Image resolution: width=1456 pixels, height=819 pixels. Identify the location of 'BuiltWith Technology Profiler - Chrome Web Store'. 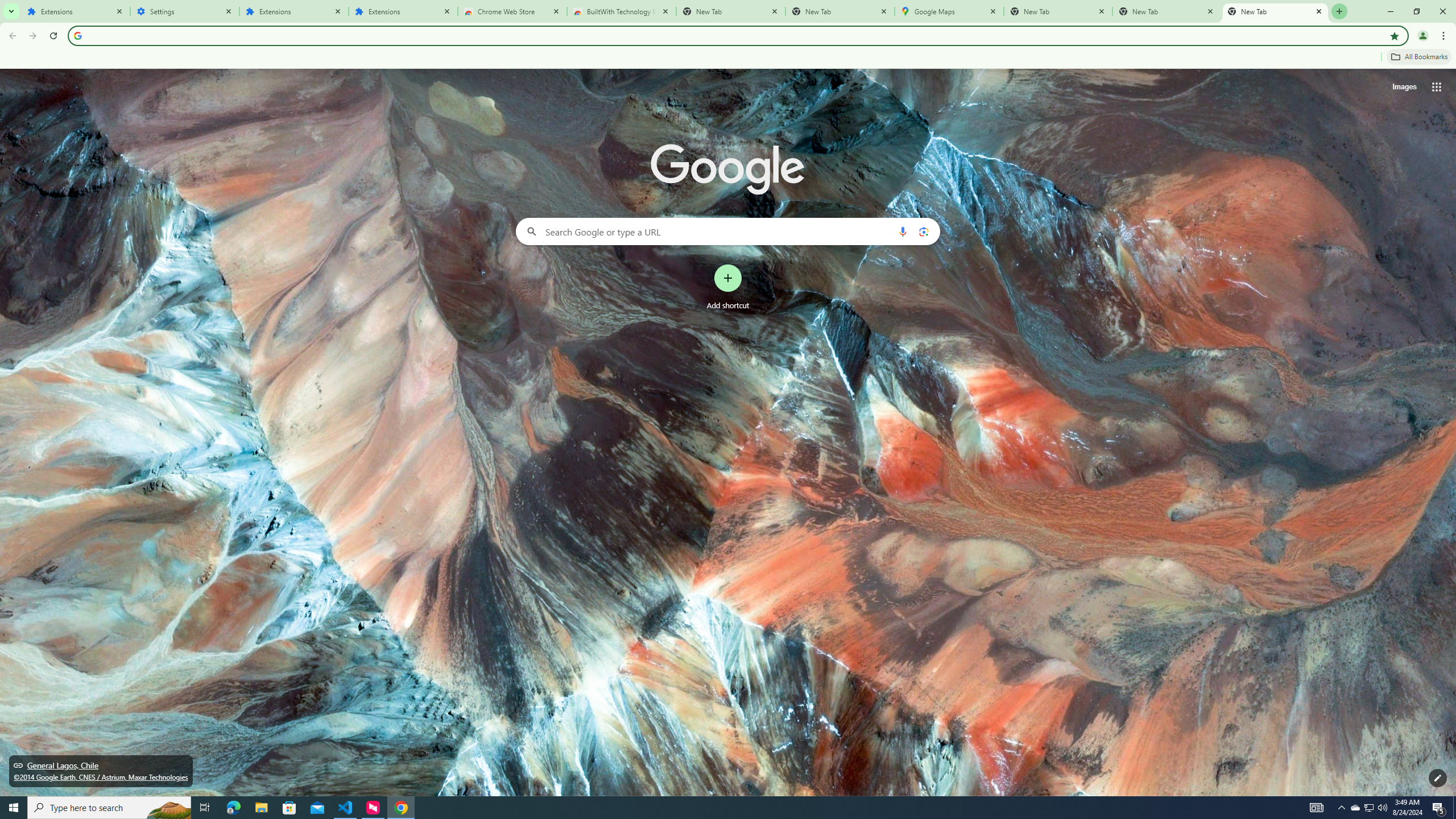
(621, 11).